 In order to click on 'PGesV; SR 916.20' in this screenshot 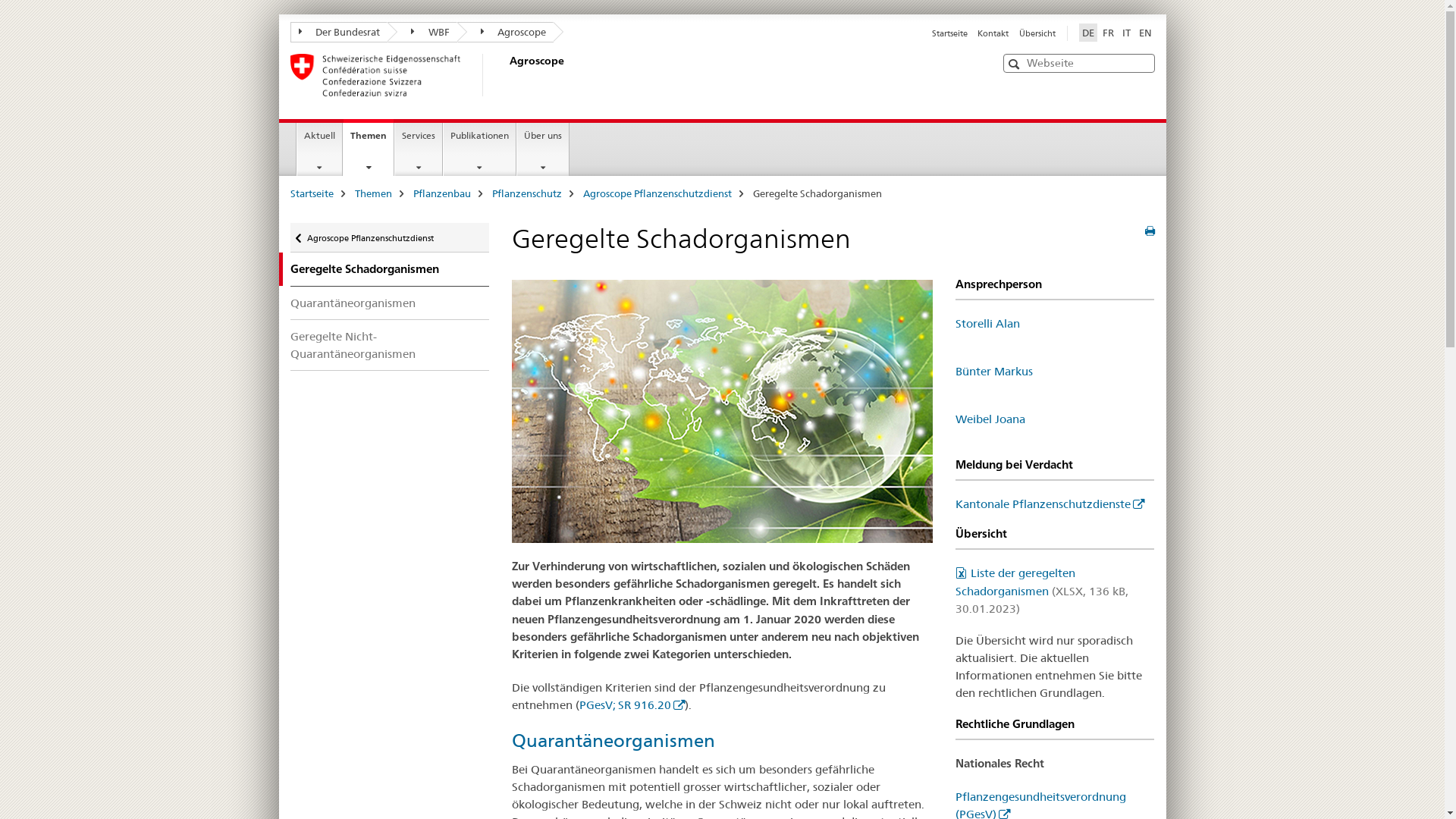, I will do `click(578, 704)`.